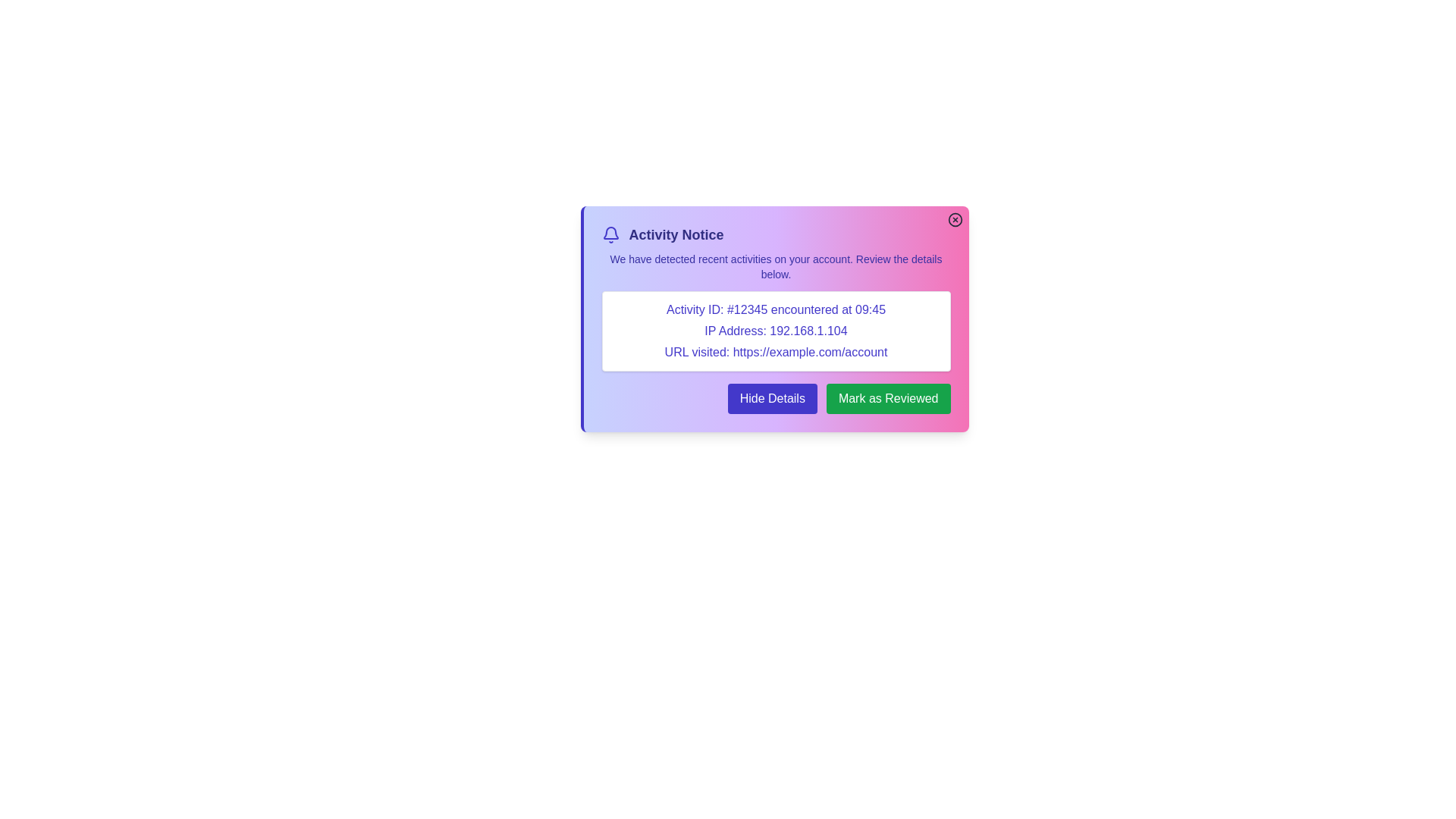 This screenshot has width=1456, height=819. I want to click on the 'Mark as Reviewed' button to mark the alert as reviewed, so click(888, 397).